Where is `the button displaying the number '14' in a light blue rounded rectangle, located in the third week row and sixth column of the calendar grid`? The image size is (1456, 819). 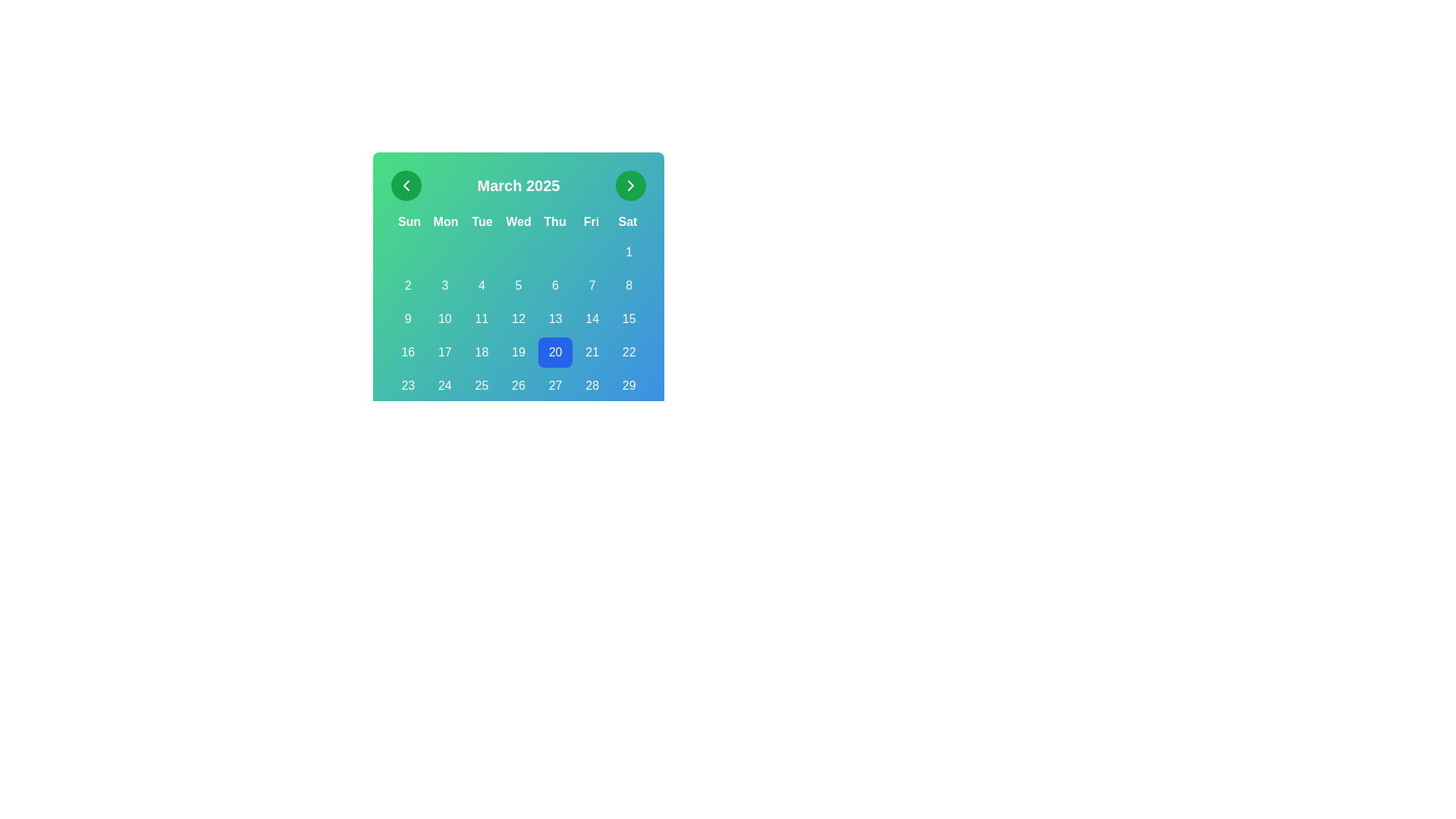 the button displaying the number '14' in a light blue rounded rectangle, located in the third week row and sixth column of the calendar grid is located at coordinates (591, 318).